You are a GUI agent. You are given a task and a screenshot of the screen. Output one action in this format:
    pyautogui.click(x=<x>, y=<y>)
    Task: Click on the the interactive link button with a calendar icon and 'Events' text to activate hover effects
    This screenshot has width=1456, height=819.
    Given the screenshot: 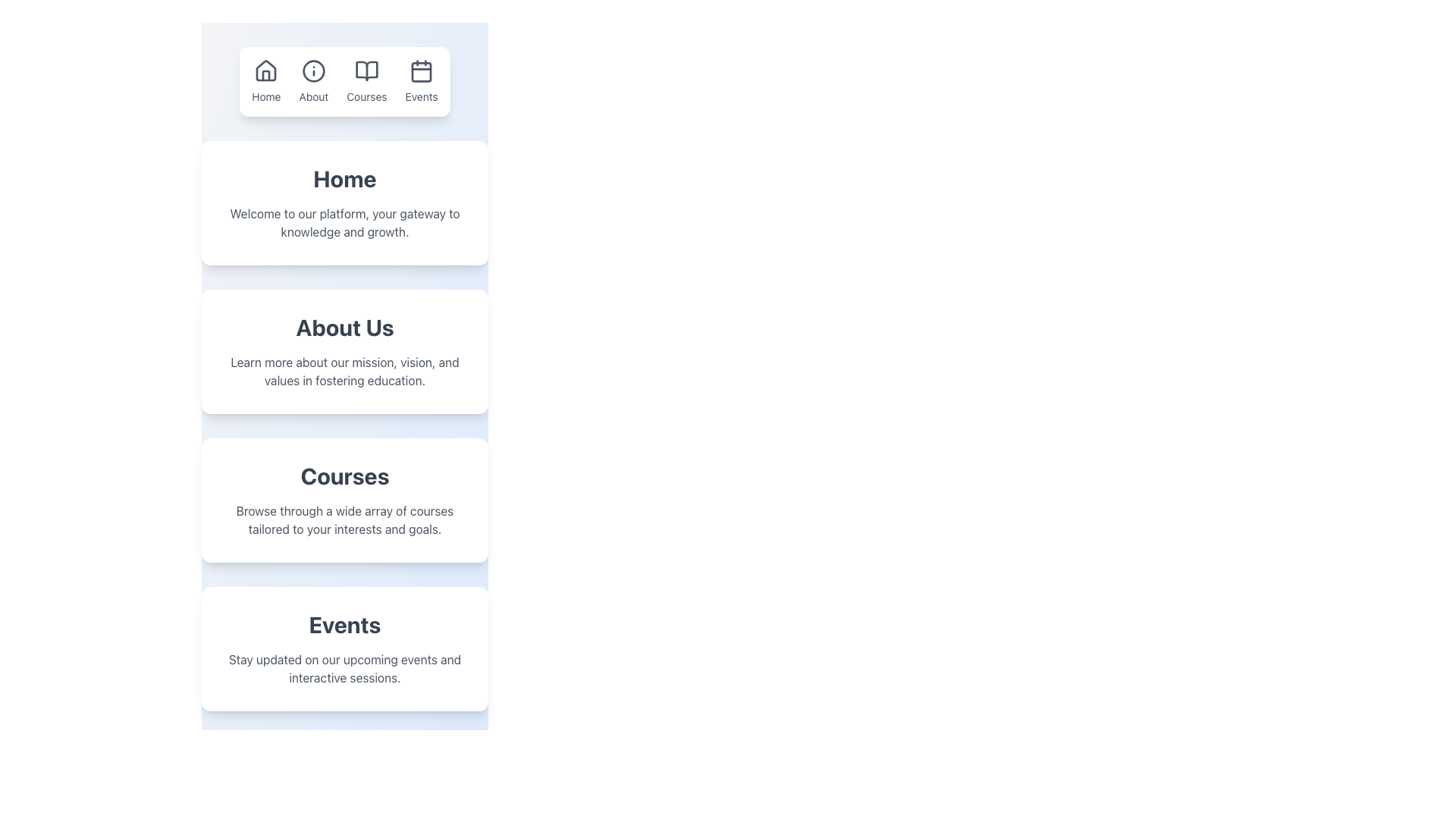 What is the action you would take?
    pyautogui.click(x=422, y=82)
    